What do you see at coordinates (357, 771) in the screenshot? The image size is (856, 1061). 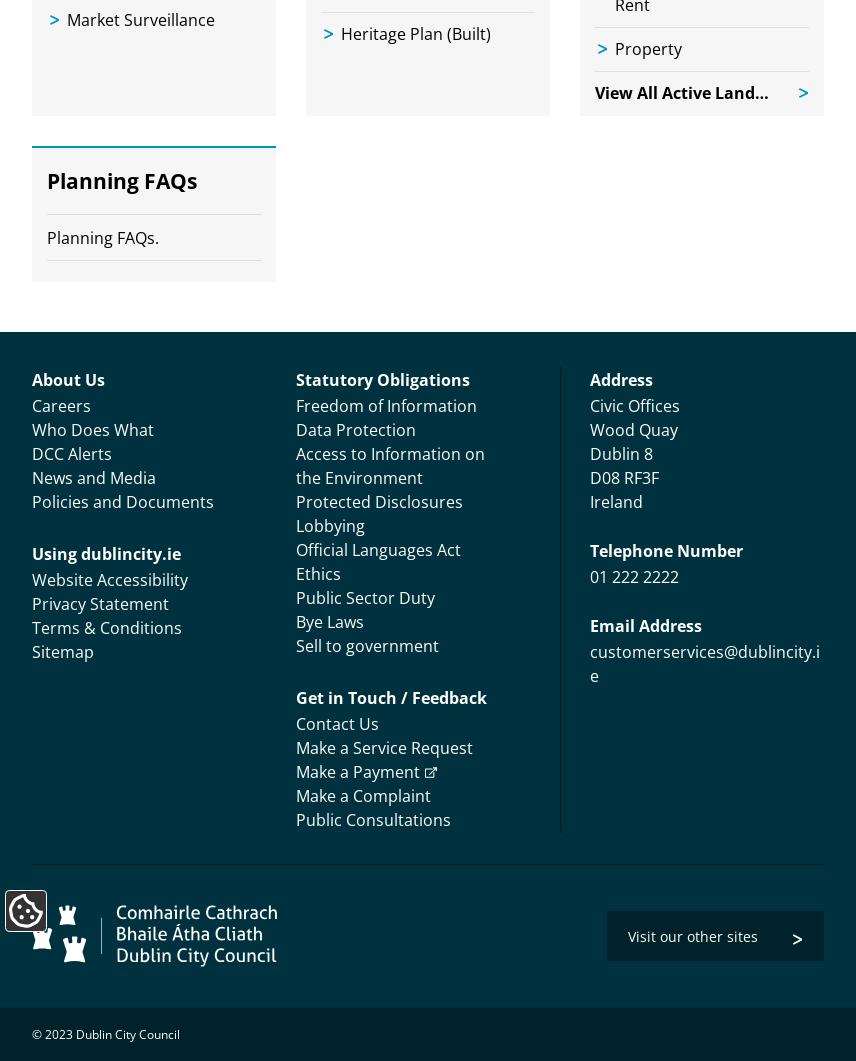 I see `'Make a Payment'` at bounding box center [357, 771].